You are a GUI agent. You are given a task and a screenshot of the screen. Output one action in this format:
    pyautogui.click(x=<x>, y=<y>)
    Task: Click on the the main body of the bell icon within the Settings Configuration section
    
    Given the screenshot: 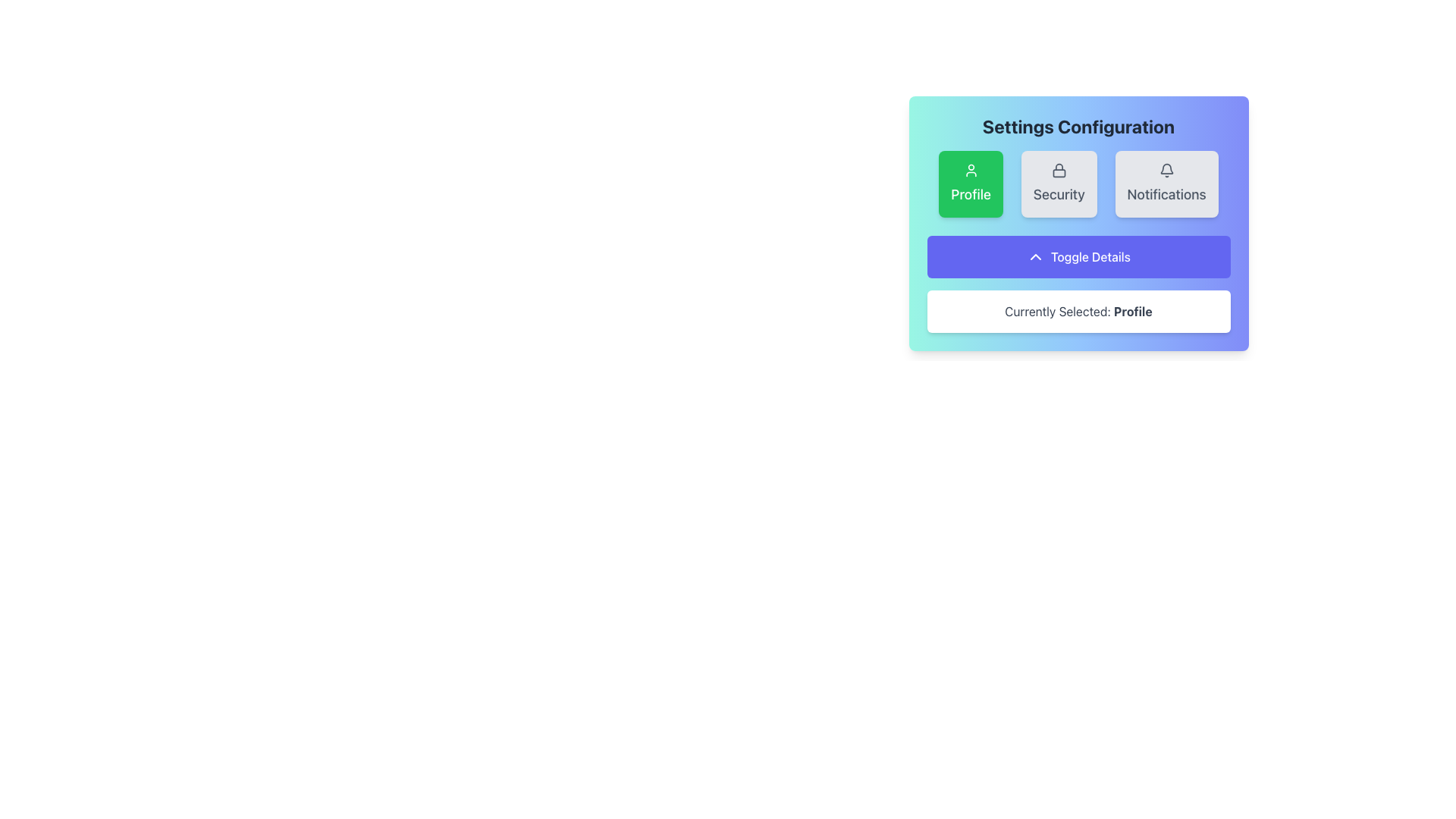 What is the action you would take?
    pyautogui.click(x=1165, y=168)
    